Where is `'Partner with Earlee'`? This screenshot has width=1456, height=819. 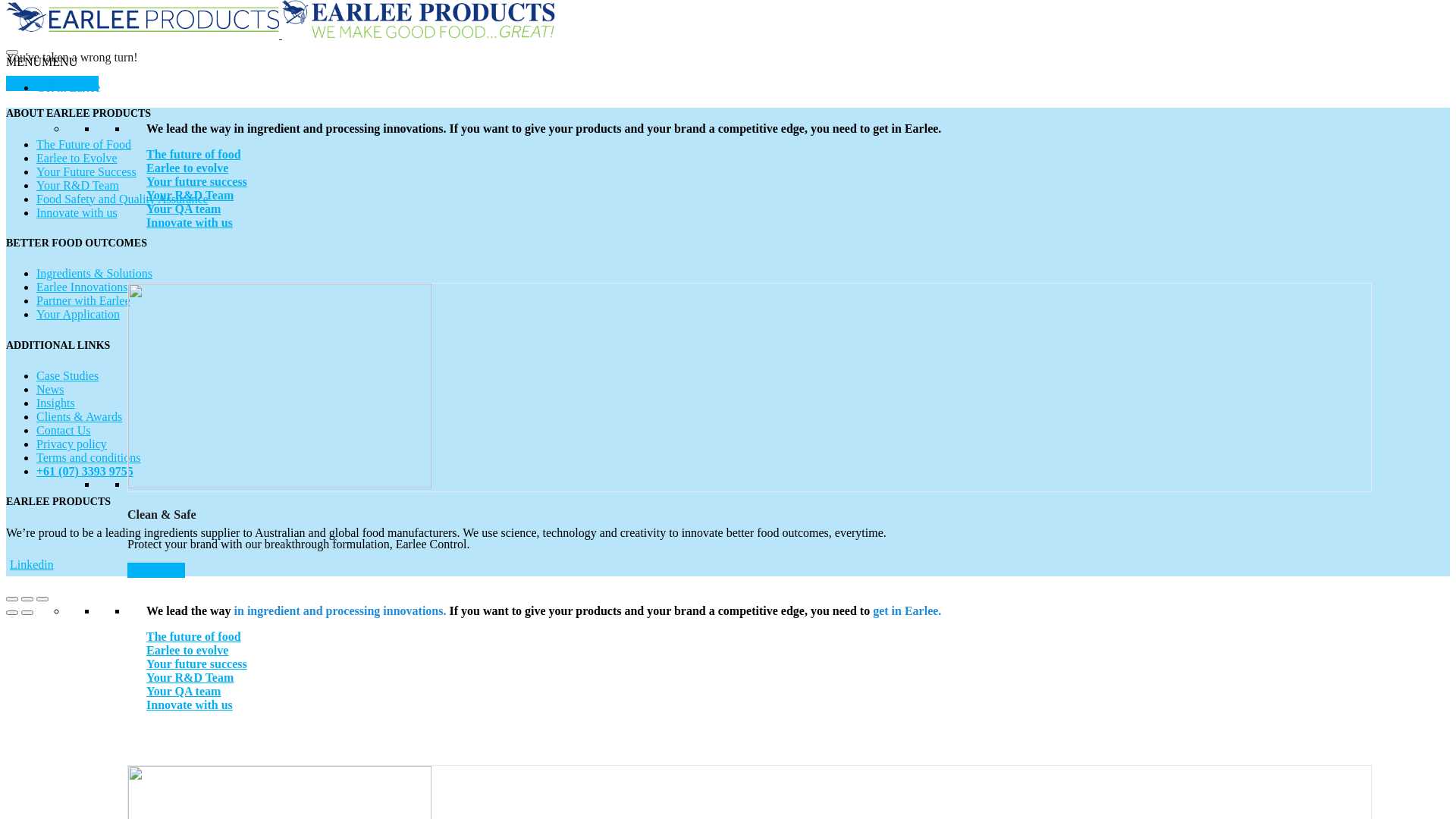 'Partner with Earlee' is located at coordinates (83, 300).